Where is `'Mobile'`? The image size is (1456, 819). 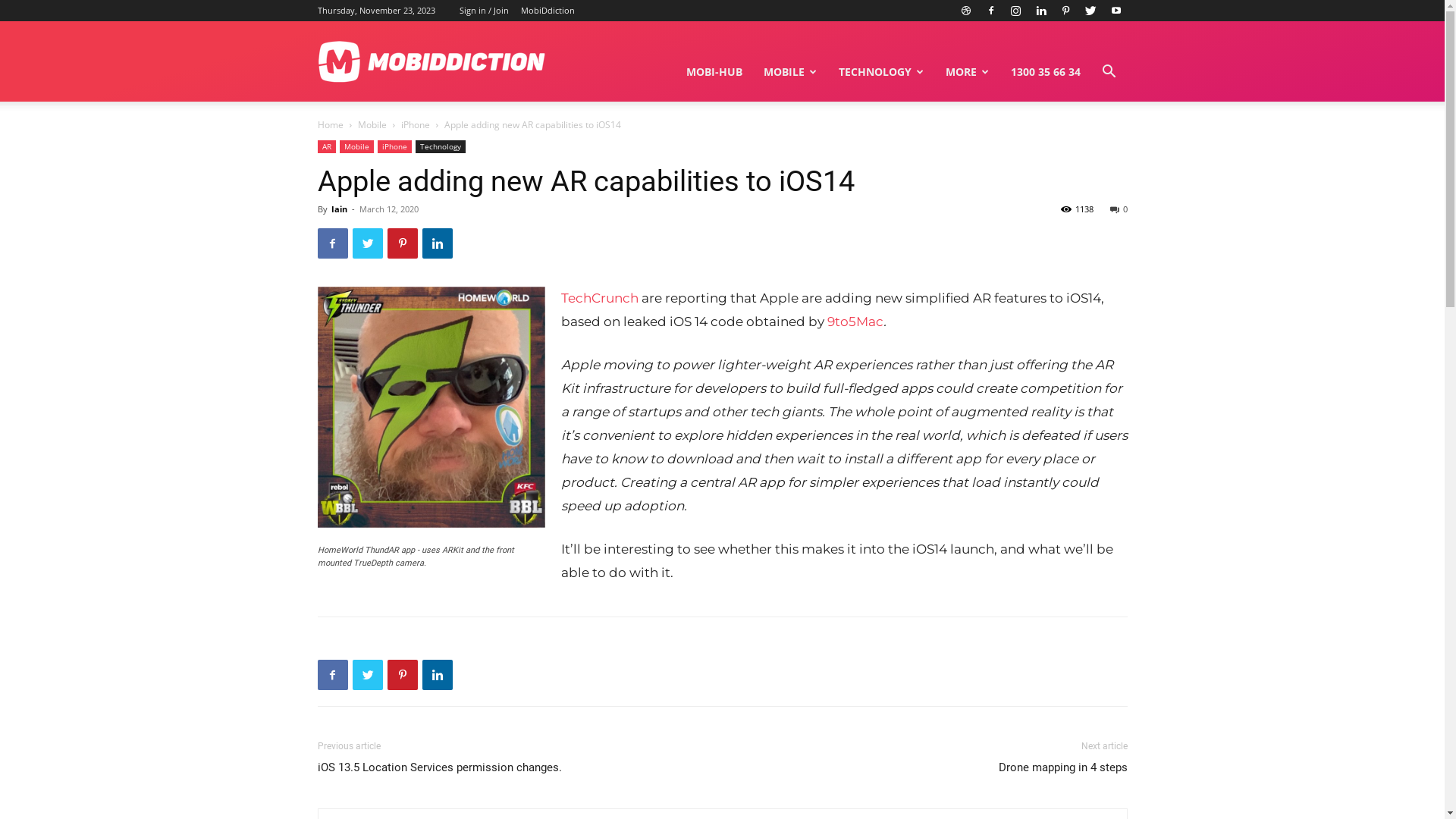 'Mobile' is located at coordinates (372, 124).